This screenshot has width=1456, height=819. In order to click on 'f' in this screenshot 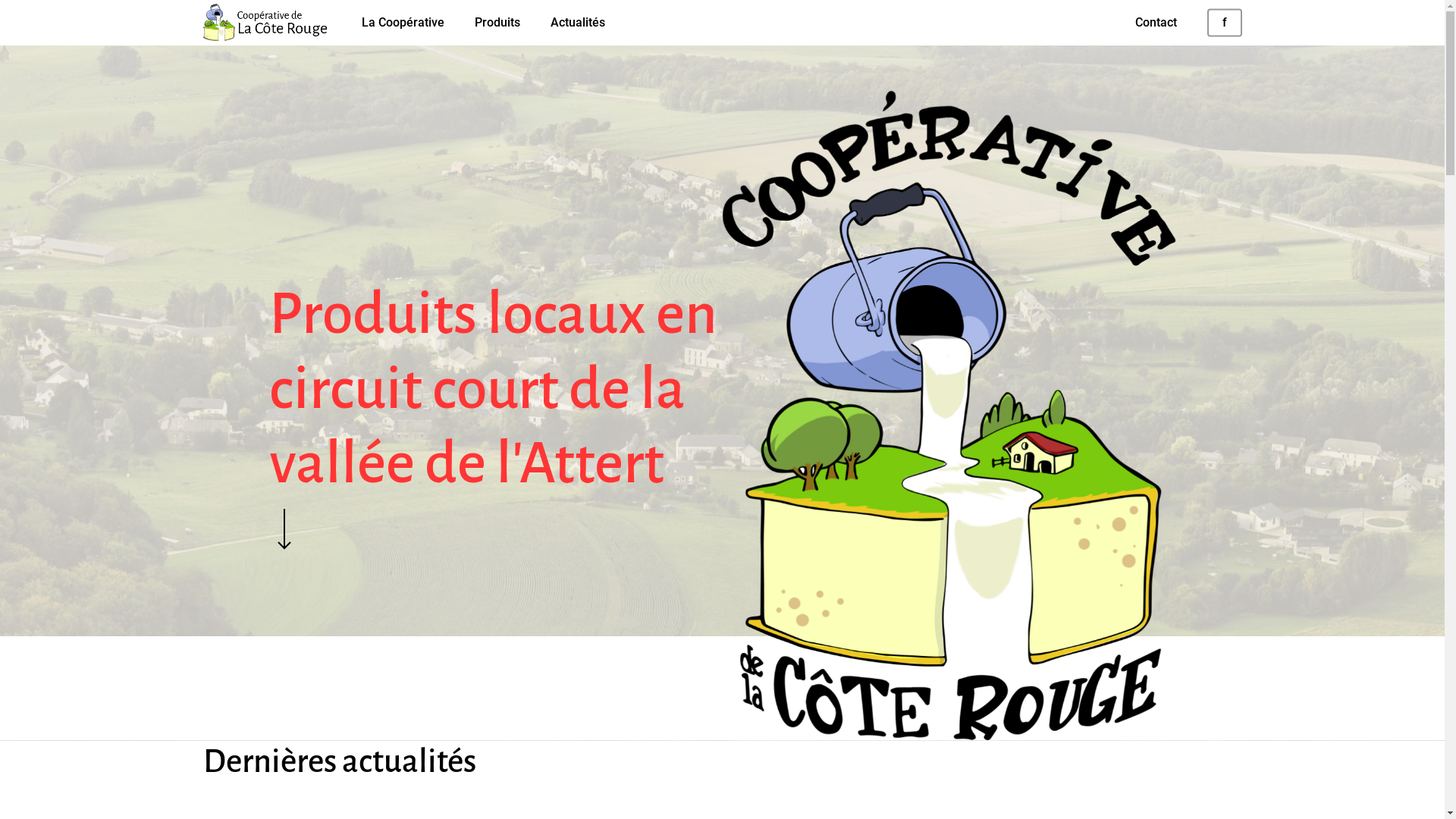, I will do `click(1224, 23)`.